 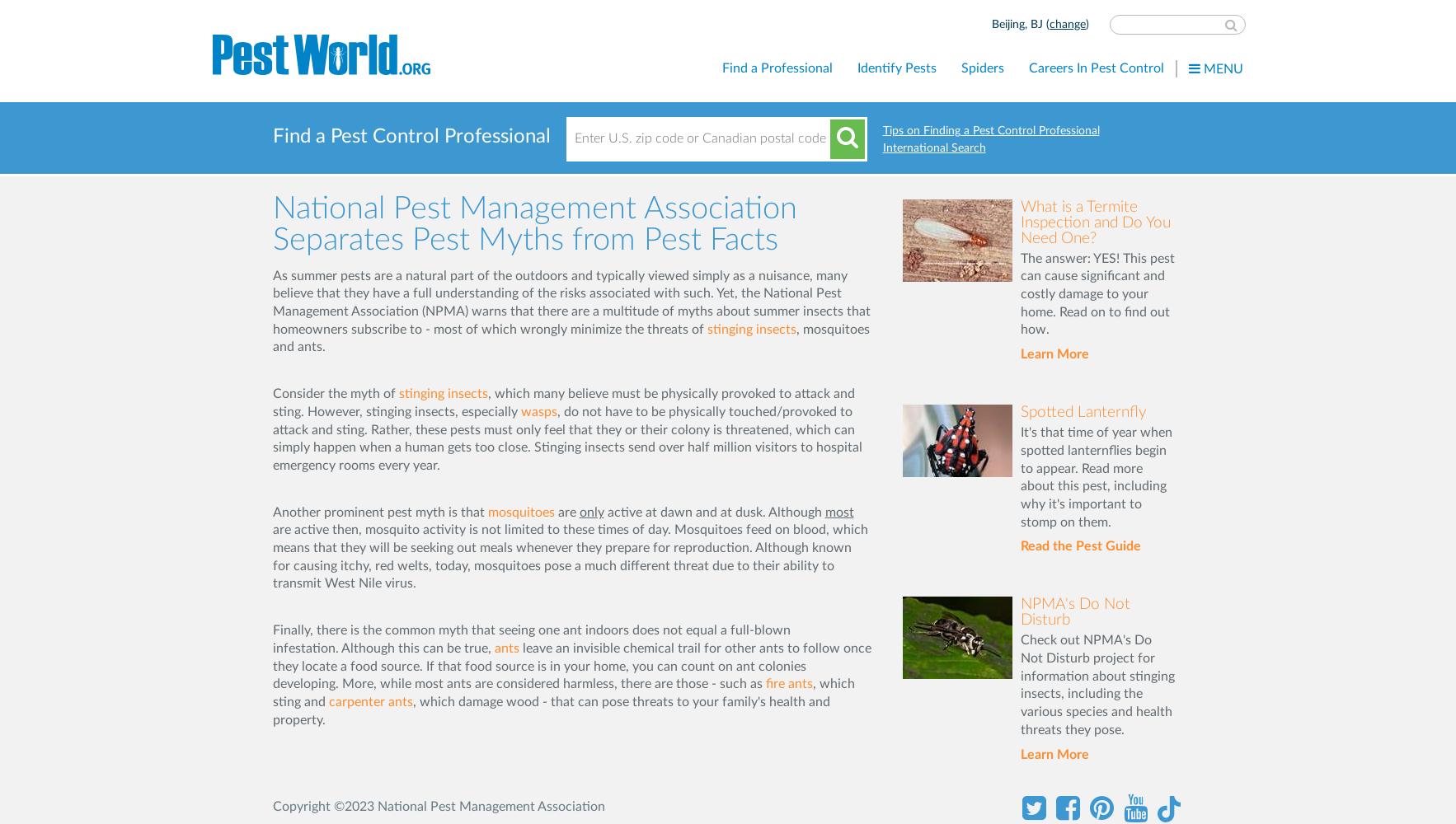 What do you see at coordinates (590, 511) in the screenshot?
I see `'only'` at bounding box center [590, 511].